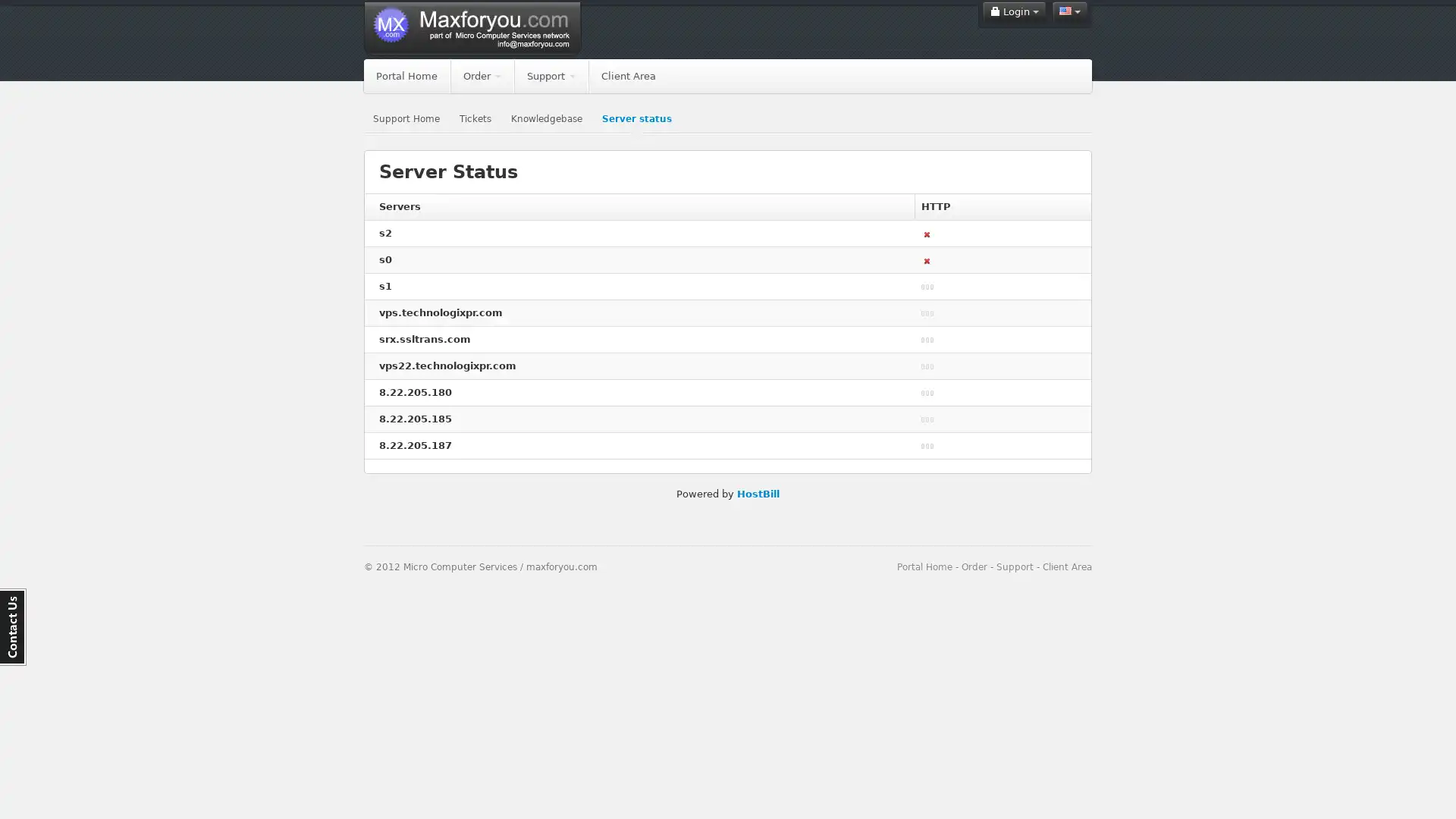 This screenshot has height=819, width=1456. Describe the element at coordinates (1069, 11) in the screenshot. I see `English` at that location.